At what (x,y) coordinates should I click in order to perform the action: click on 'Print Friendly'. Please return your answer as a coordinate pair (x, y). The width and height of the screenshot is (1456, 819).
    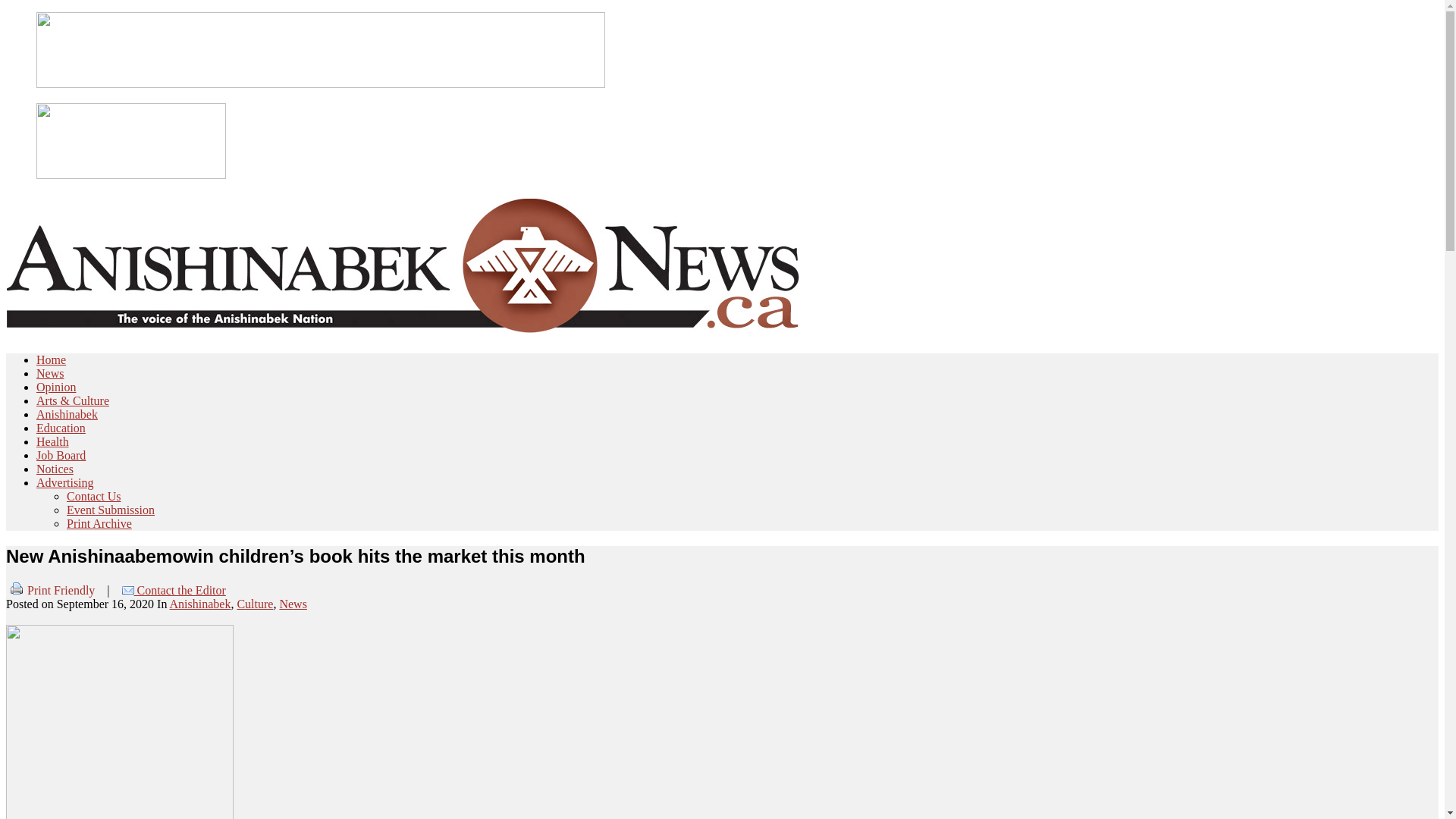
    Looking at the image, I should click on (50, 589).